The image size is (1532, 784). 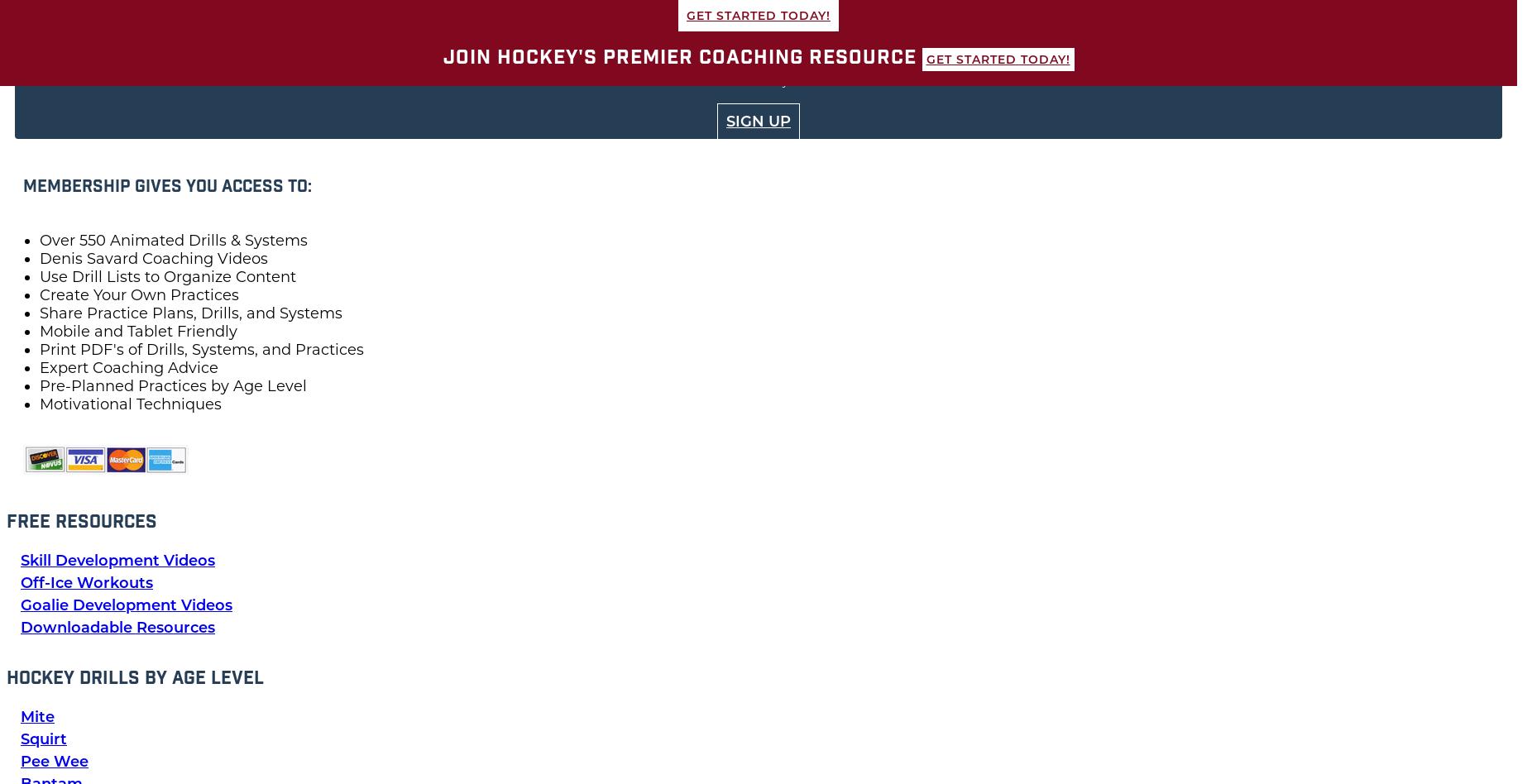 I want to click on 'Mobile and Tablet Friendly', so click(x=137, y=331).